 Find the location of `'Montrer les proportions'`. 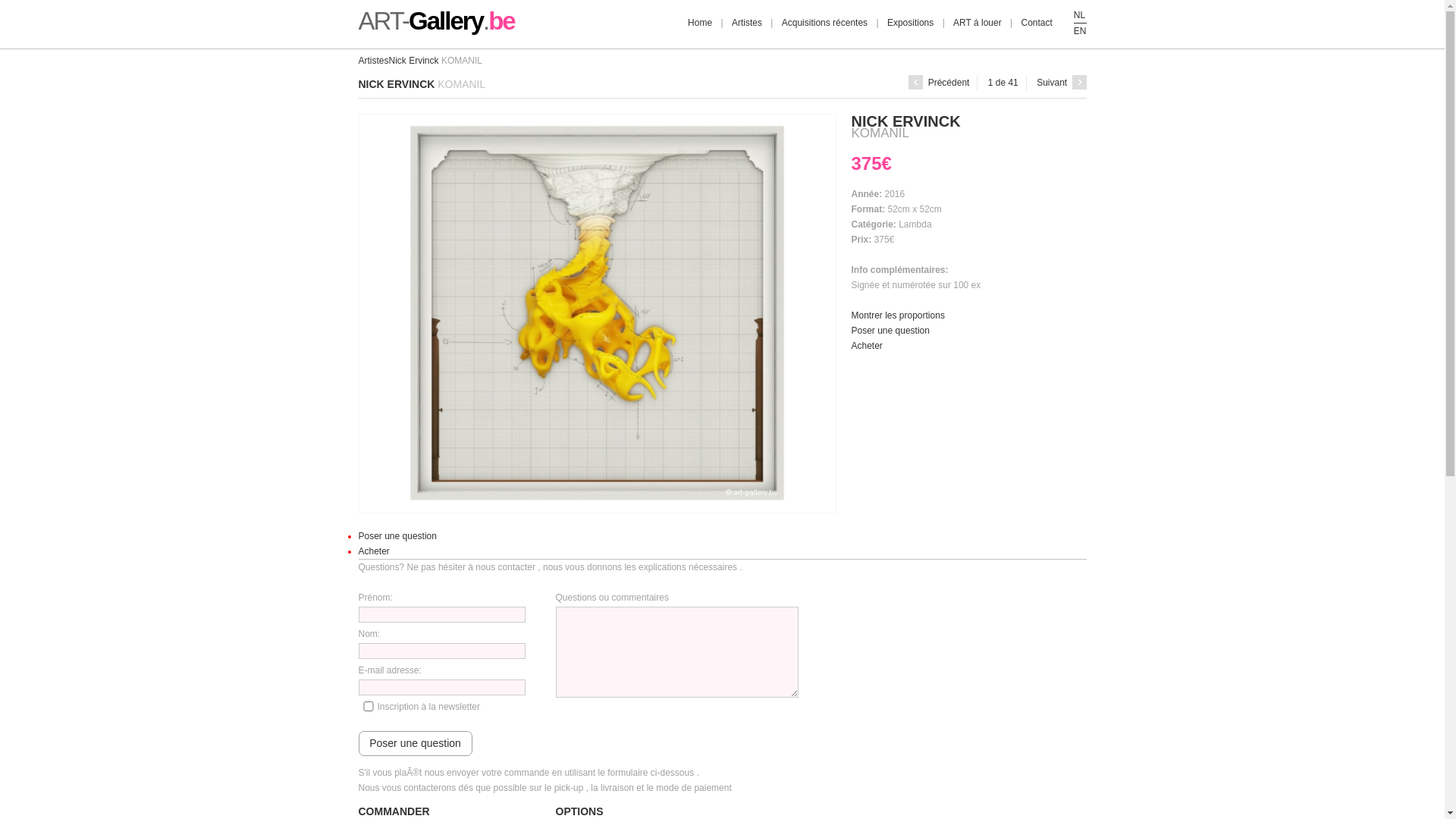

'Montrer les proportions' is located at coordinates (897, 315).